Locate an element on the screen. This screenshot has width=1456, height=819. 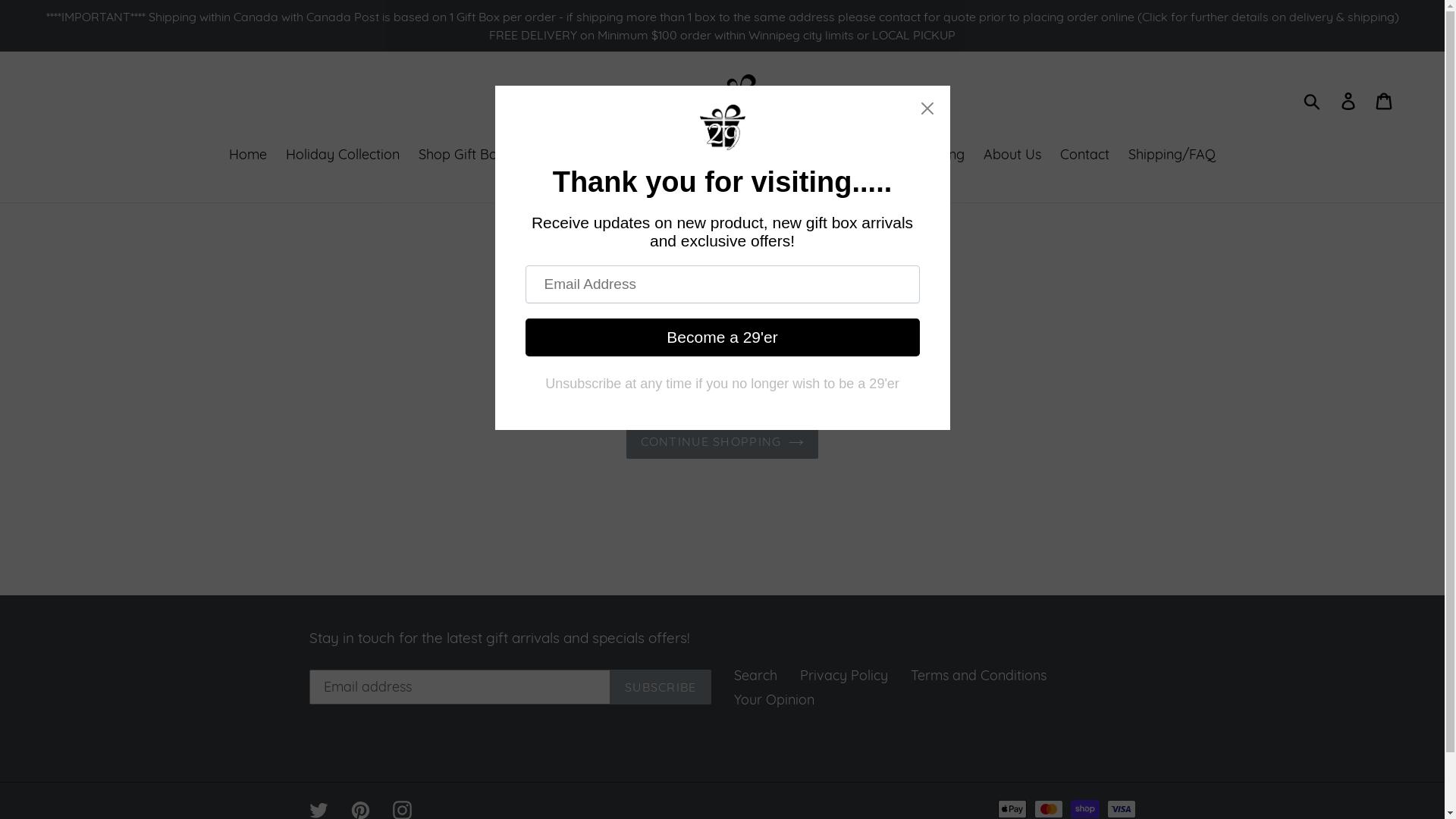
'Contact' is located at coordinates (1051, 155).